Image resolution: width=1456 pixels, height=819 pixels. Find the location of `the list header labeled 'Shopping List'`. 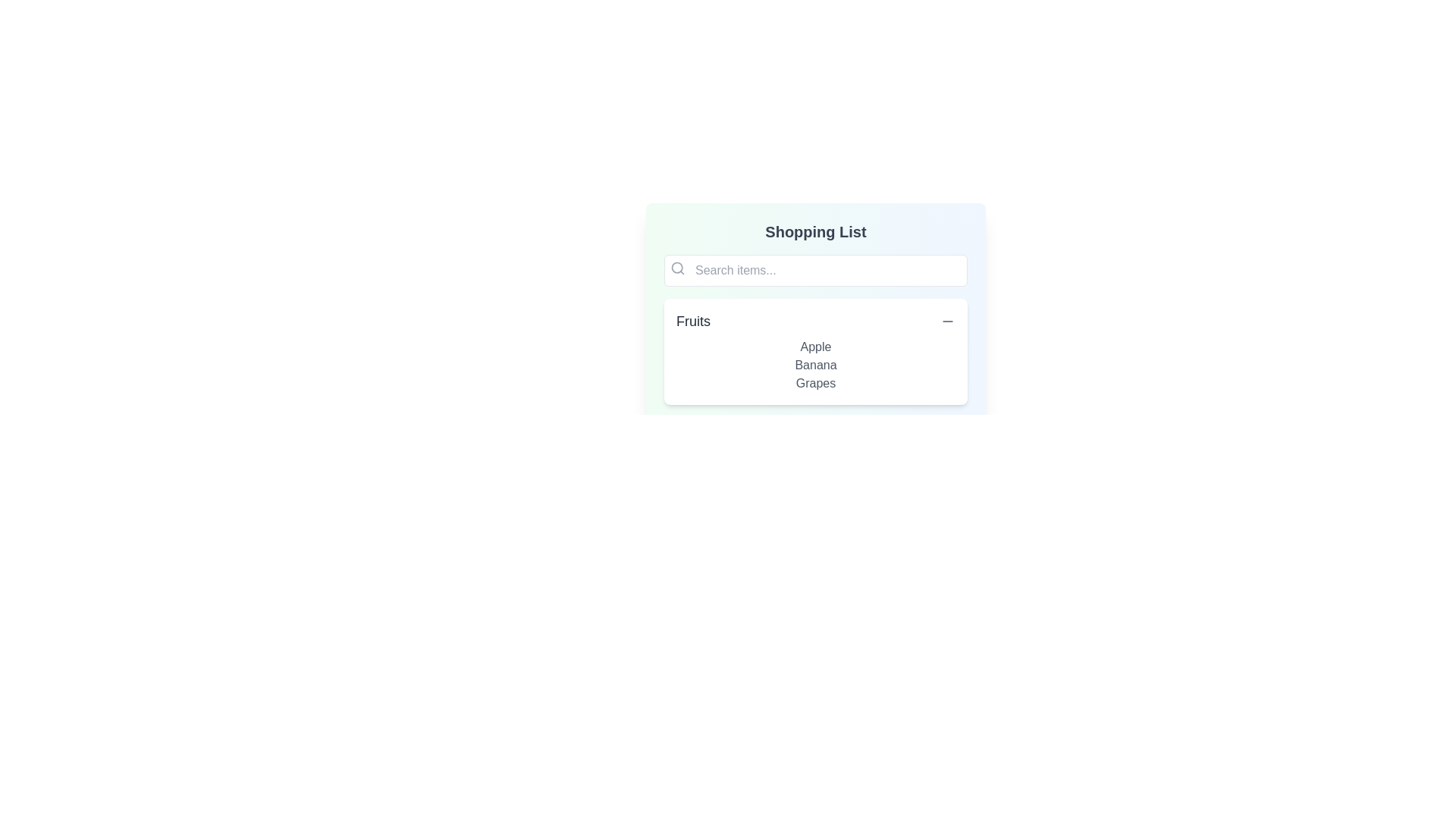

the list header labeled 'Shopping List' is located at coordinates (814, 231).